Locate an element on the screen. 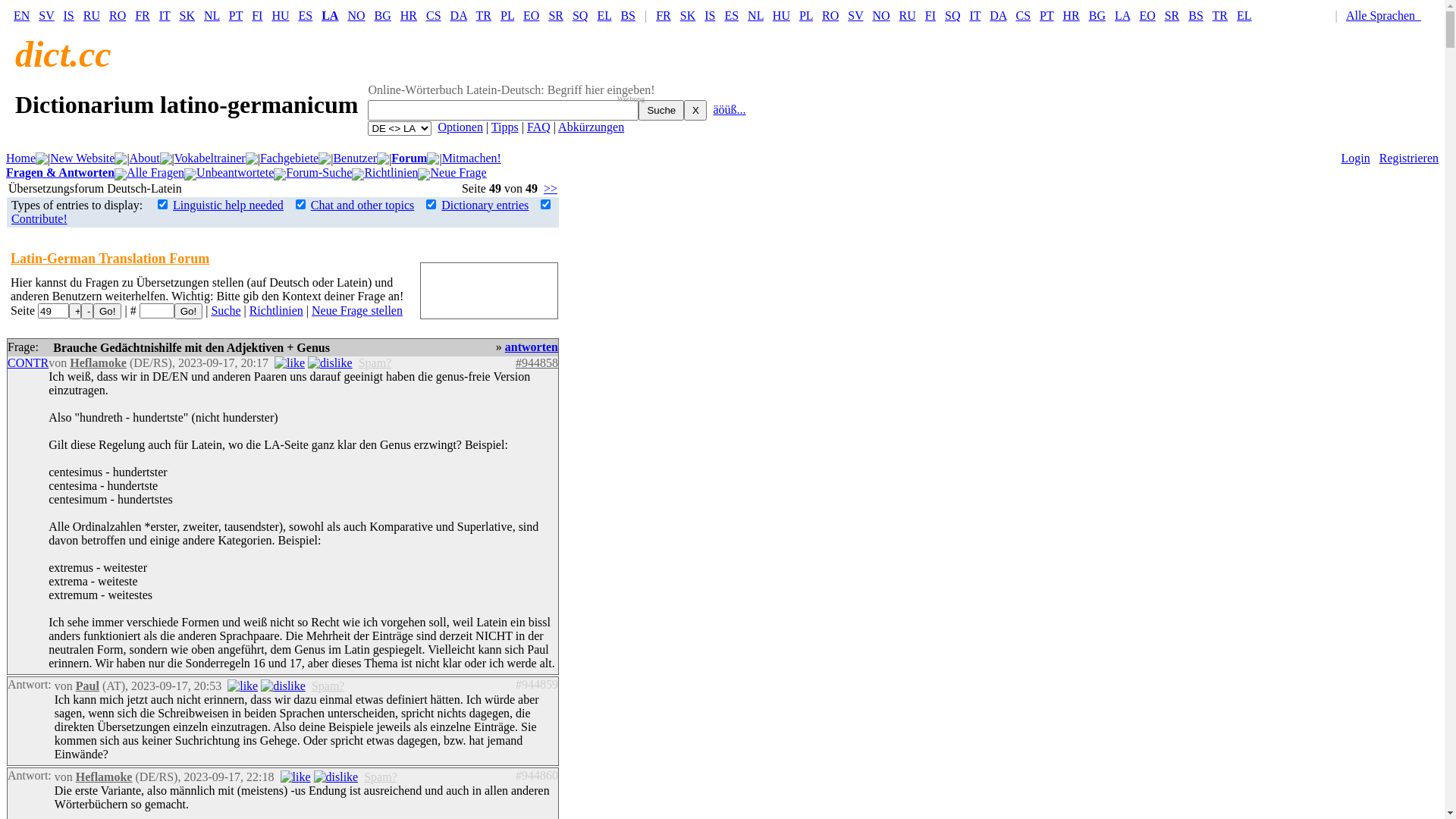  'Go!' is located at coordinates (93, 310).